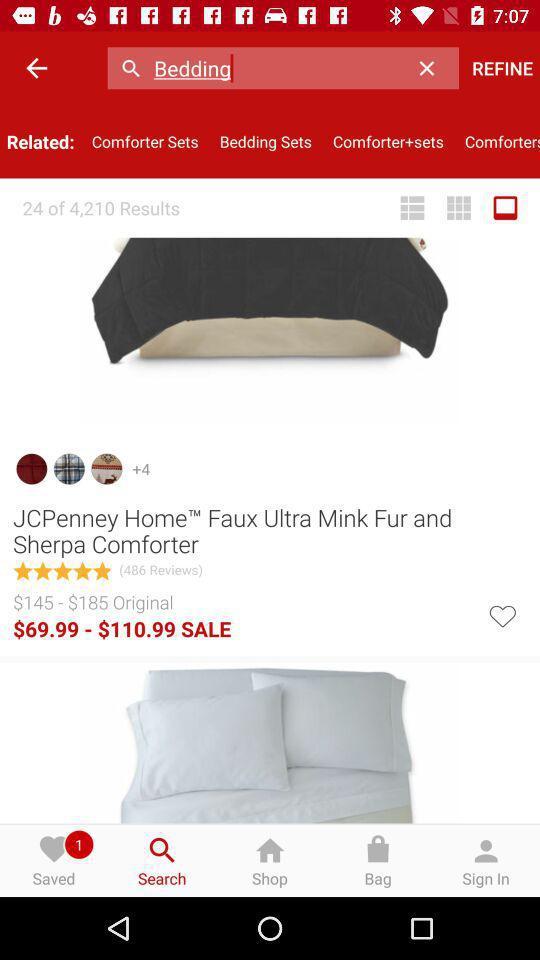 This screenshot has width=540, height=960. What do you see at coordinates (265, 140) in the screenshot?
I see `bedding sets item` at bounding box center [265, 140].